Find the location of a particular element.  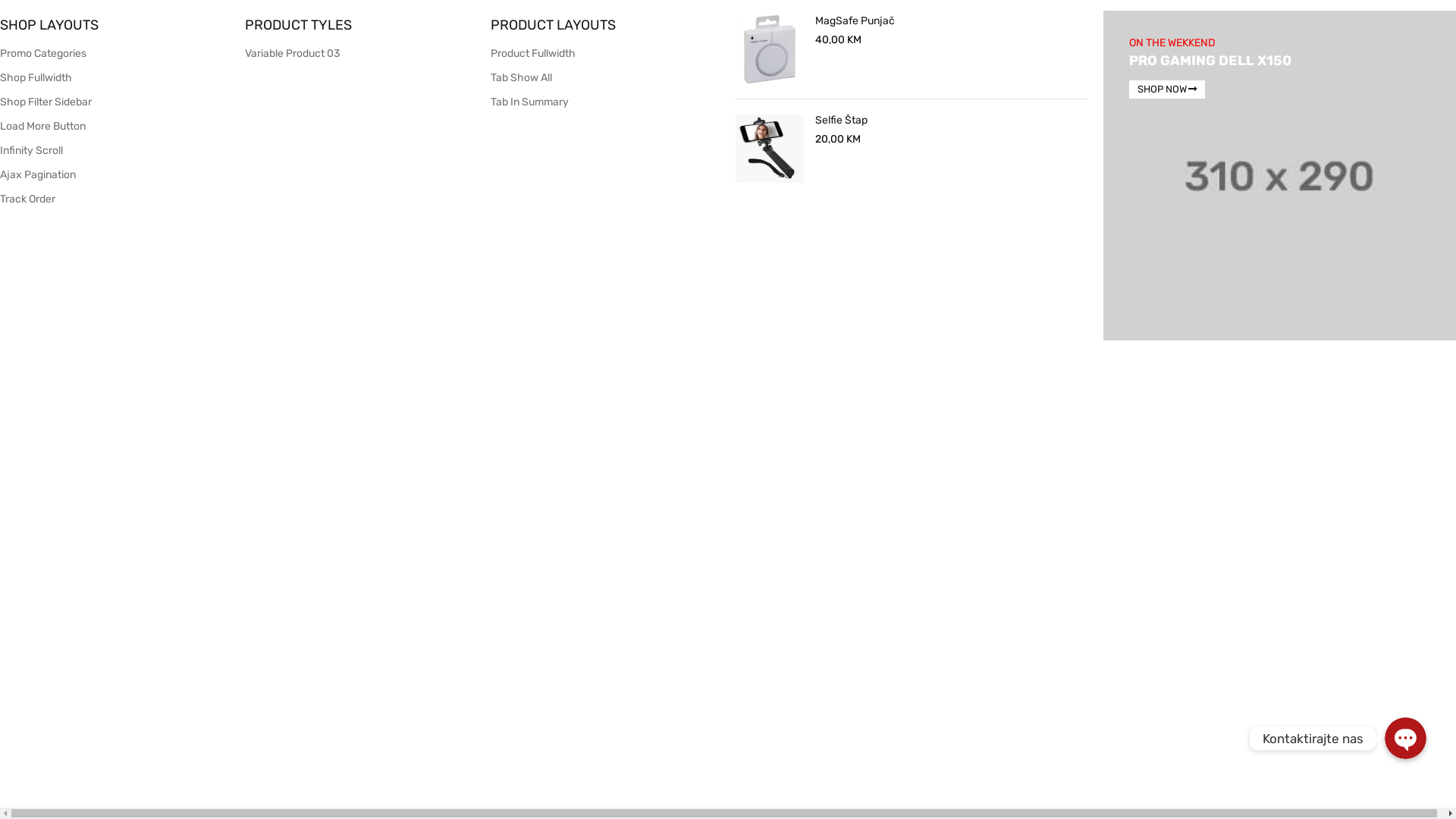

'Product Fullwidth' is located at coordinates (491, 52).